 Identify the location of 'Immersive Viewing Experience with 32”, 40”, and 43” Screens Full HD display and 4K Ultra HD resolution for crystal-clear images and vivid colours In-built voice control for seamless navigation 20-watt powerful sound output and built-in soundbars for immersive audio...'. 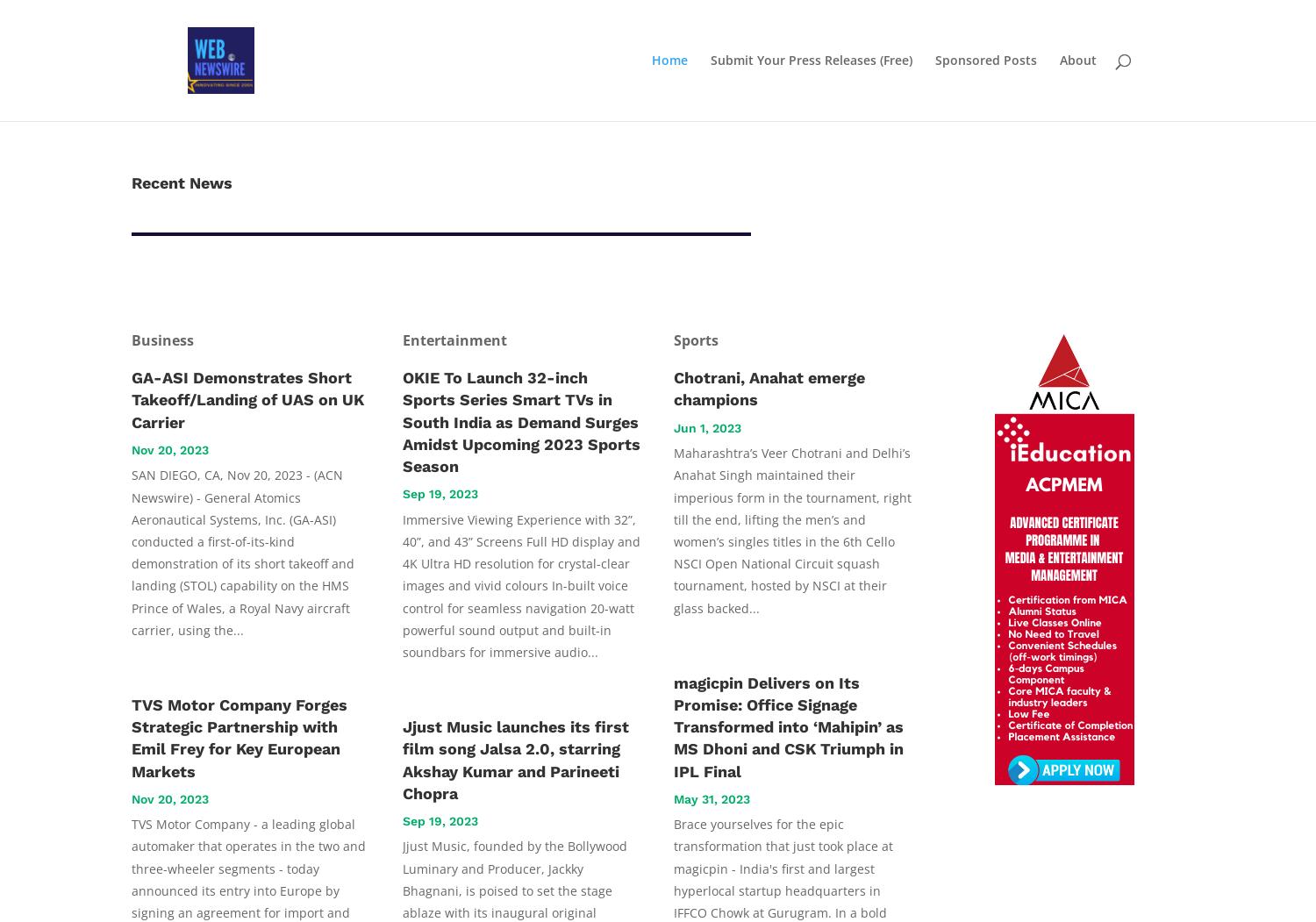
(402, 584).